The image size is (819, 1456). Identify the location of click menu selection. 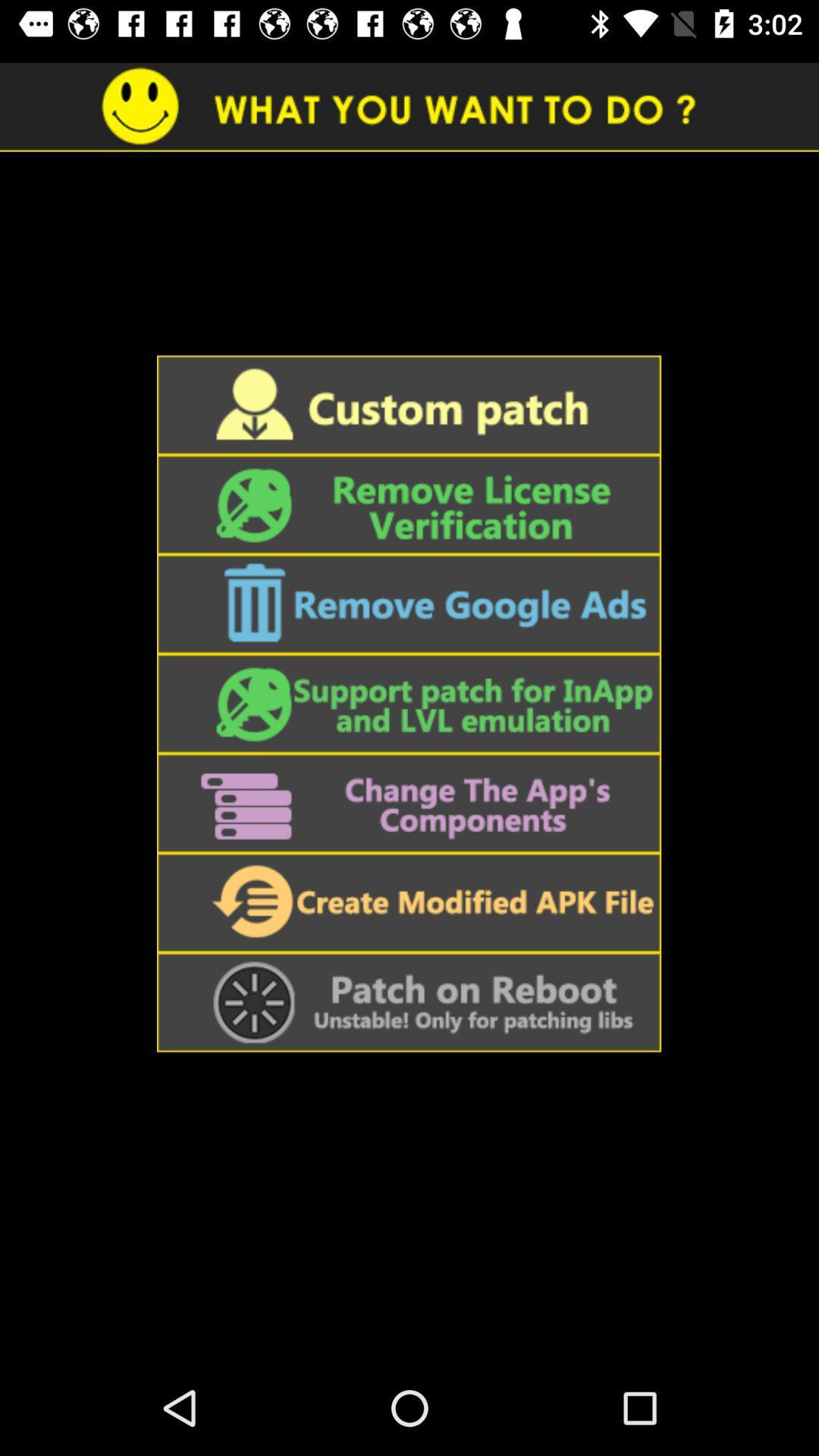
(408, 504).